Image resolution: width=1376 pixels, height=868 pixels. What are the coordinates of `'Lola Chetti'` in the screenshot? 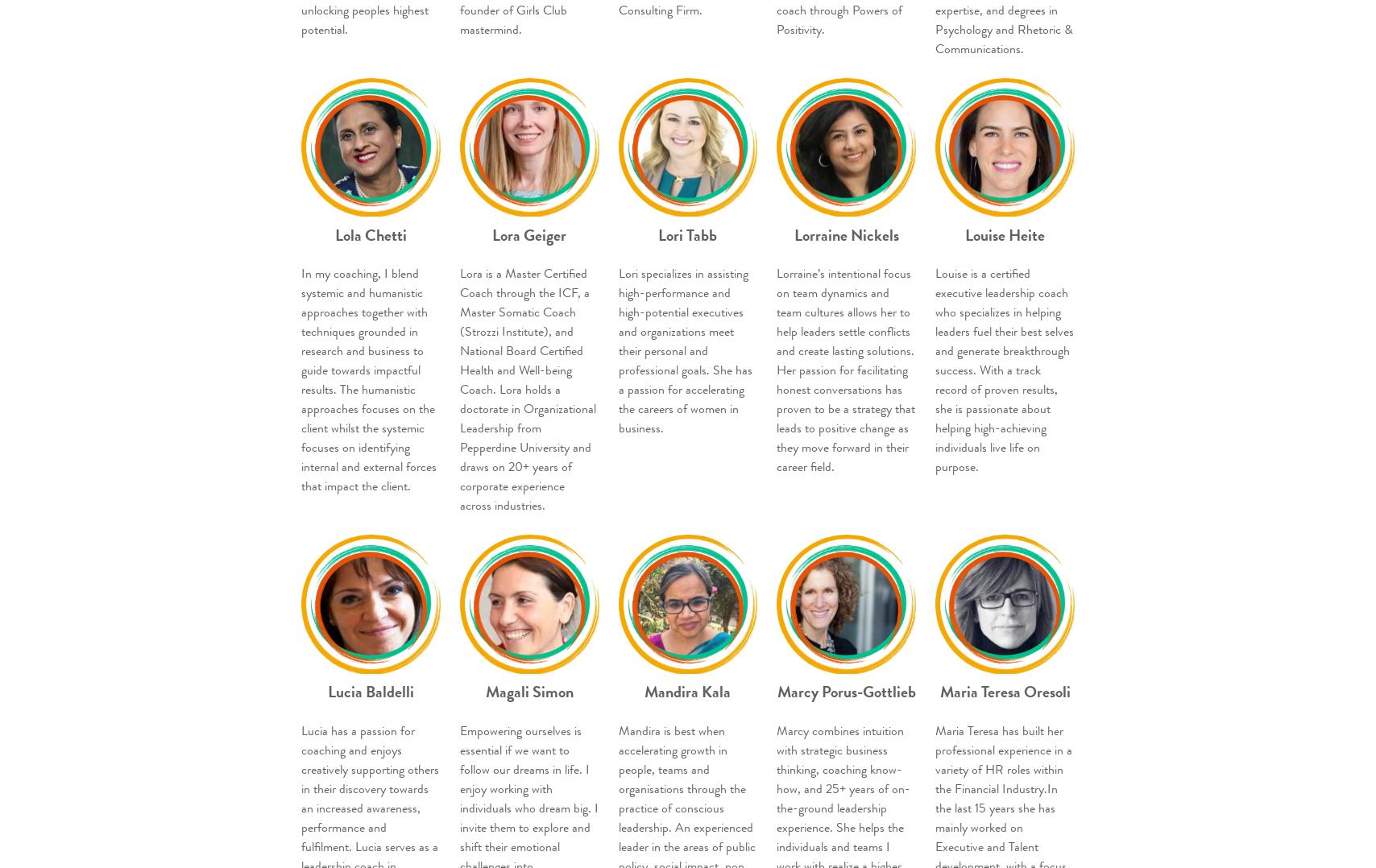 It's located at (370, 234).